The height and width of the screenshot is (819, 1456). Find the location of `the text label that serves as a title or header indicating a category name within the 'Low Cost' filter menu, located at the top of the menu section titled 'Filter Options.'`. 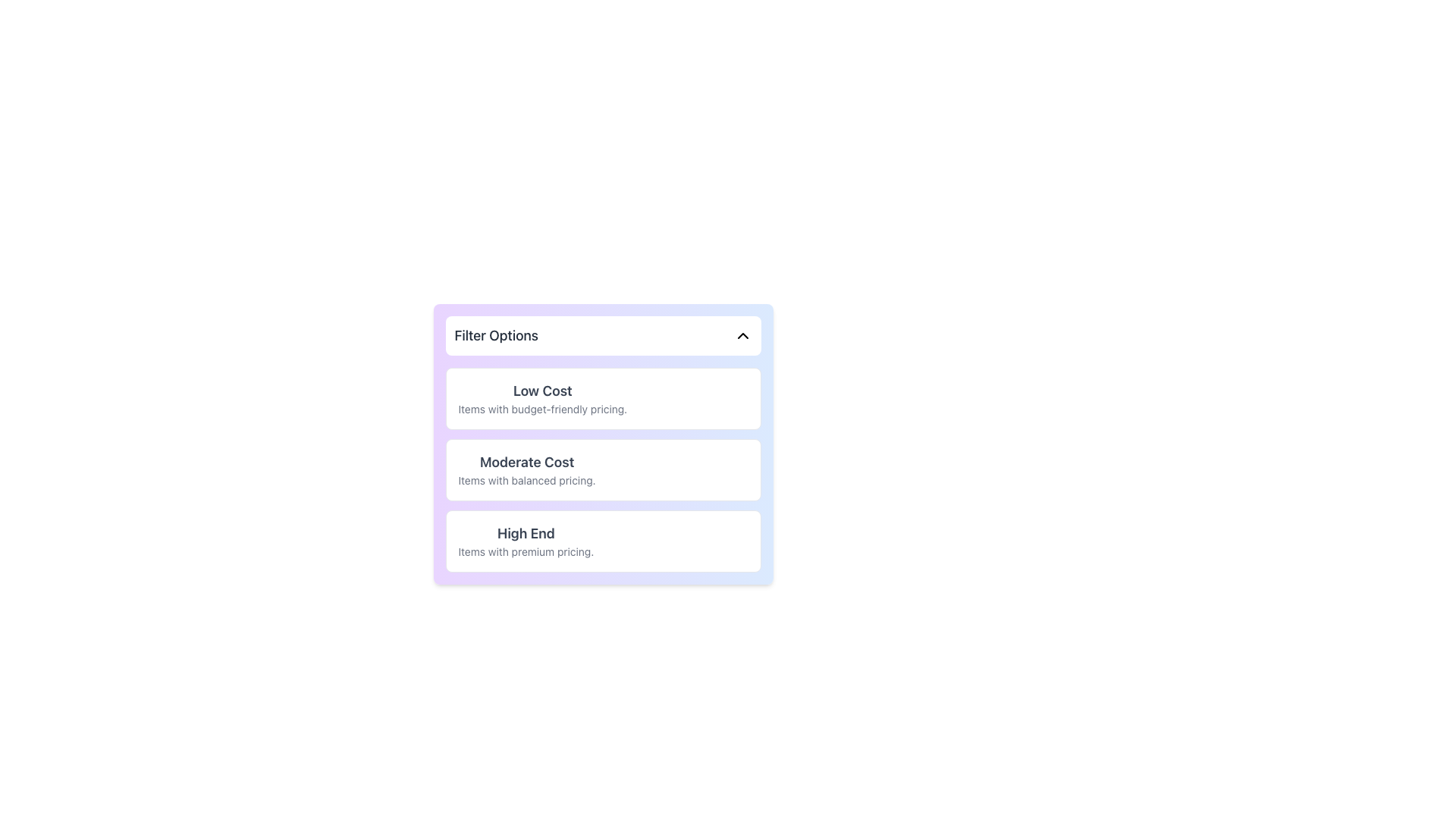

the text label that serves as a title or header indicating a category name within the 'Low Cost' filter menu, located at the top of the menu section titled 'Filter Options.' is located at coordinates (542, 391).